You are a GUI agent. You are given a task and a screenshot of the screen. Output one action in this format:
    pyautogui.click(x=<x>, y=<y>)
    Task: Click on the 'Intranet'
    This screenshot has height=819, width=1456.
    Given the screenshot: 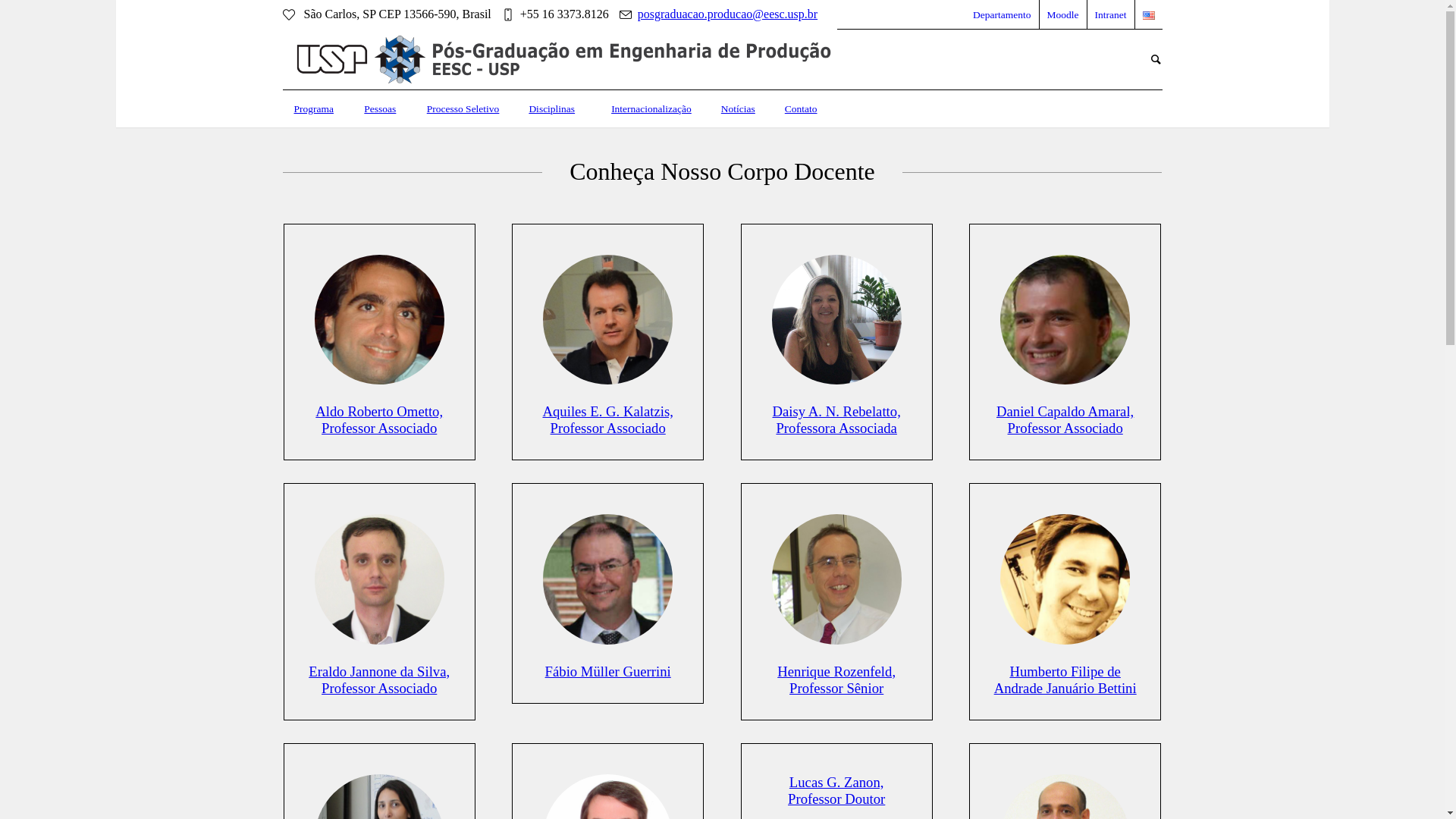 What is the action you would take?
    pyautogui.click(x=1110, y=14)
    